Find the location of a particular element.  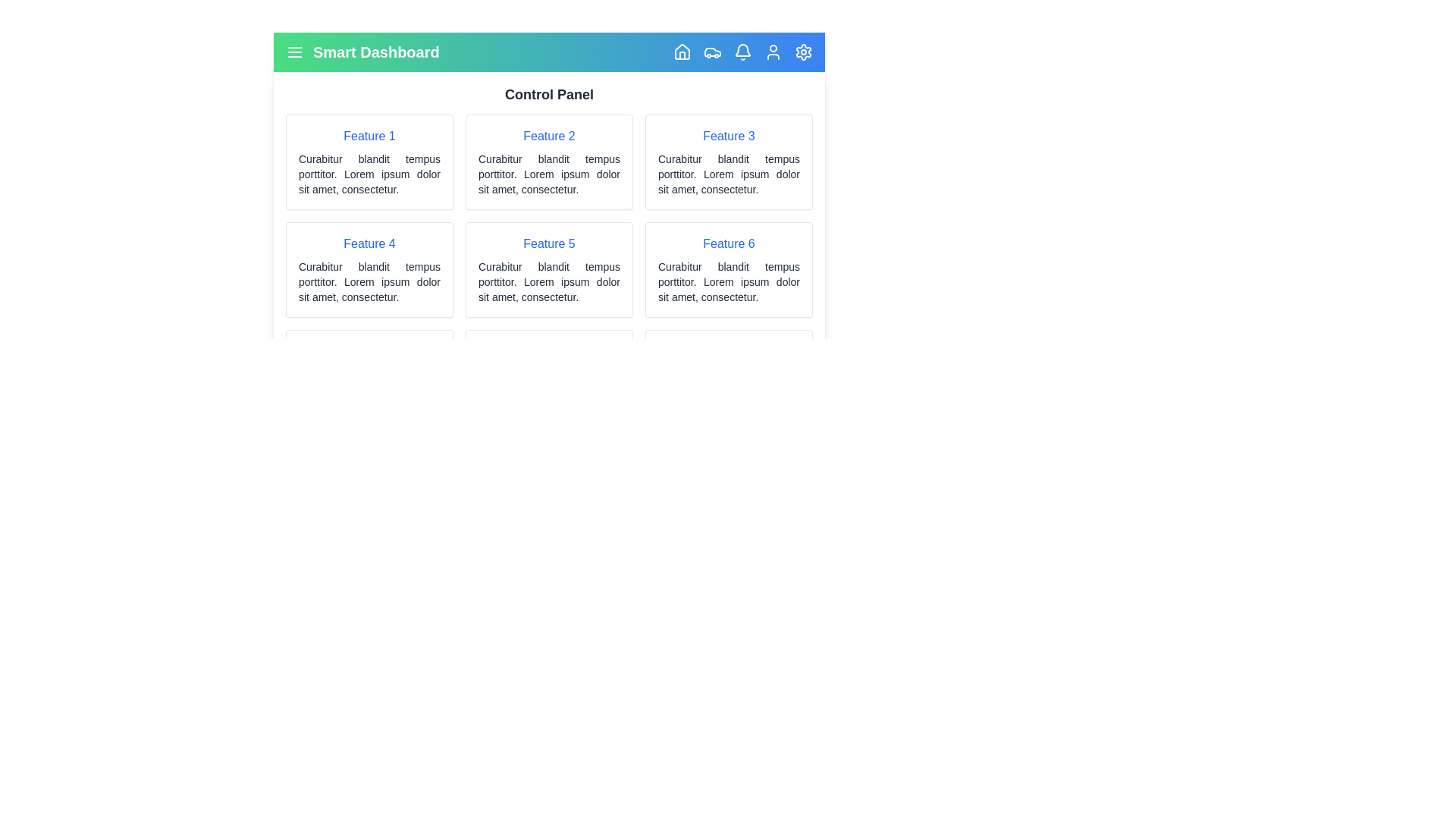

the menu icon to toggle the expansion of the control panel is located at coordinates (294, 52).